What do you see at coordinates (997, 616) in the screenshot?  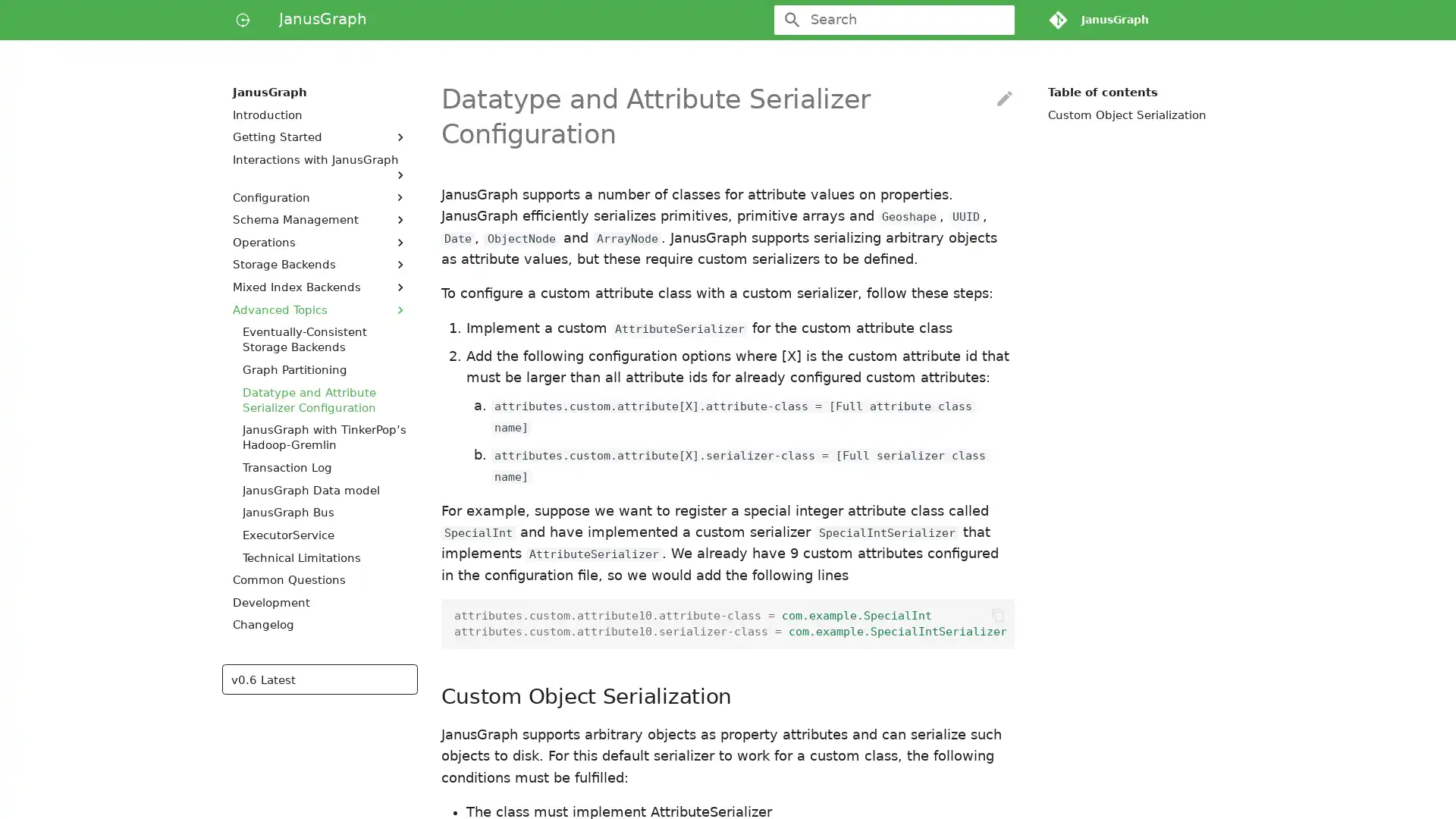 I see `Copy to clipboard` at bounding box center [997, 616].